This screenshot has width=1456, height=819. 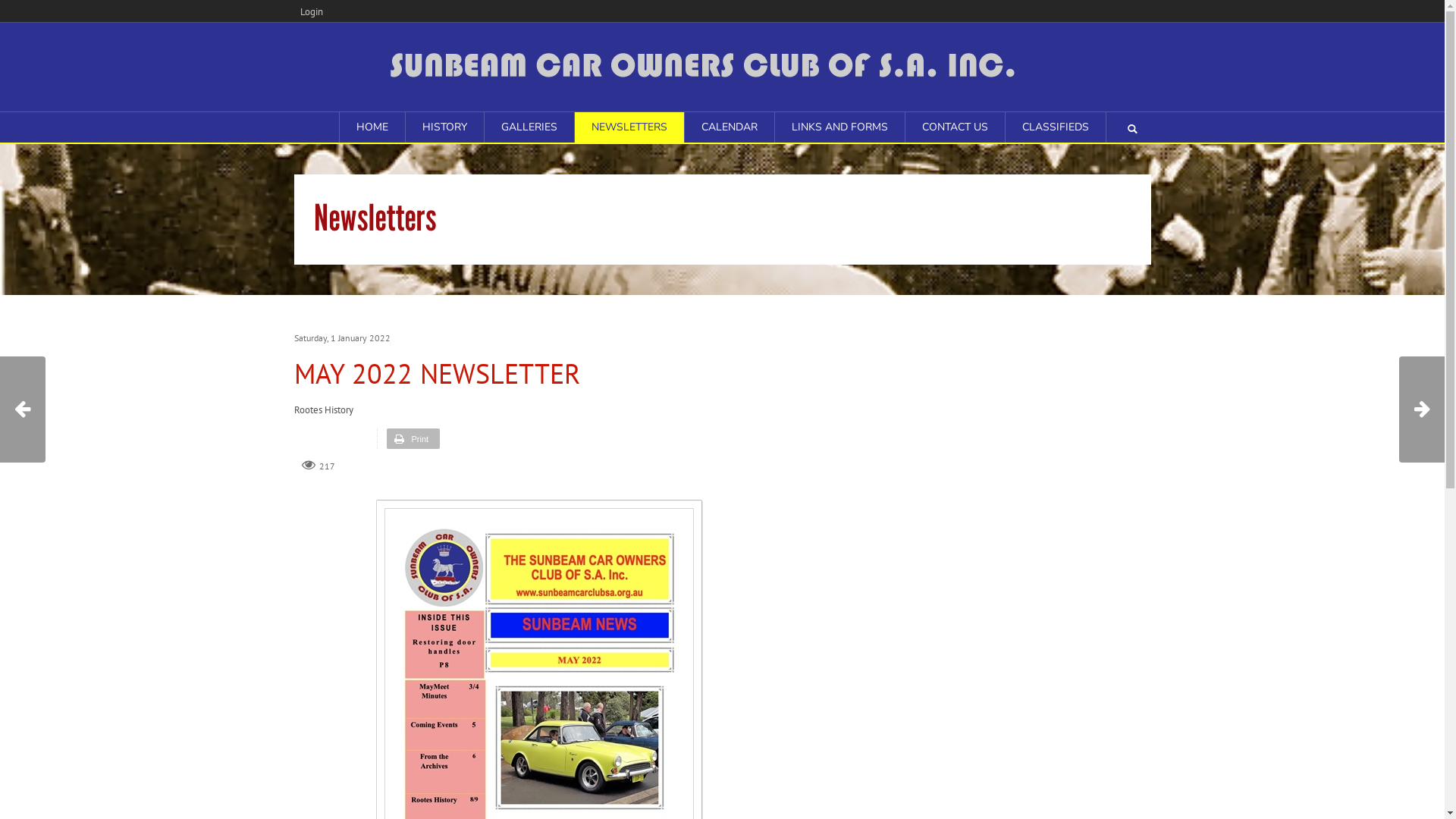 I want to click on 'CALENDAR', so click(x=683, y=127).